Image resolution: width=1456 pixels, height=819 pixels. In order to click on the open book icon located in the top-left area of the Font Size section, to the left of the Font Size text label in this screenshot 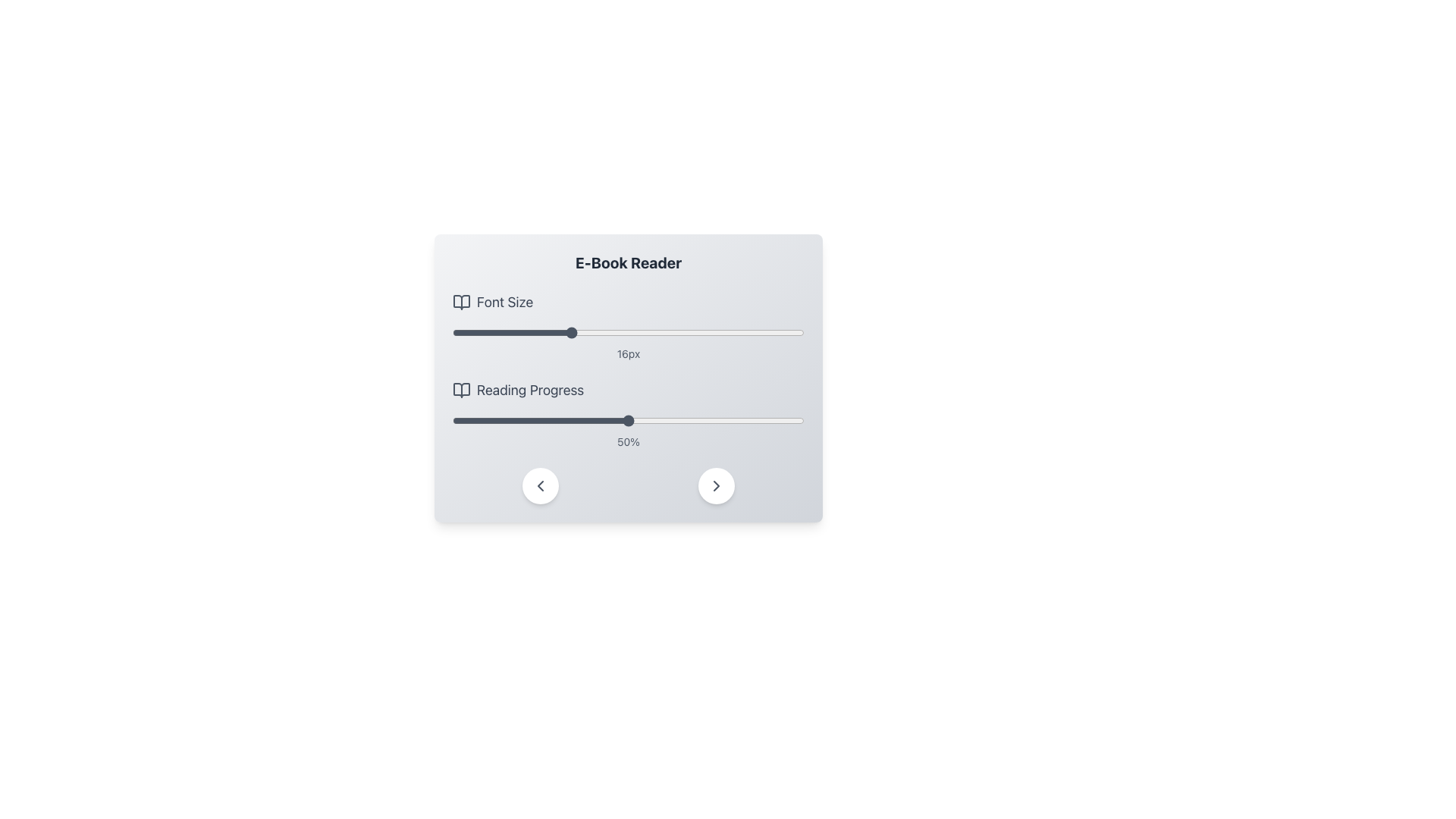, I will do `click(461, 302)`.